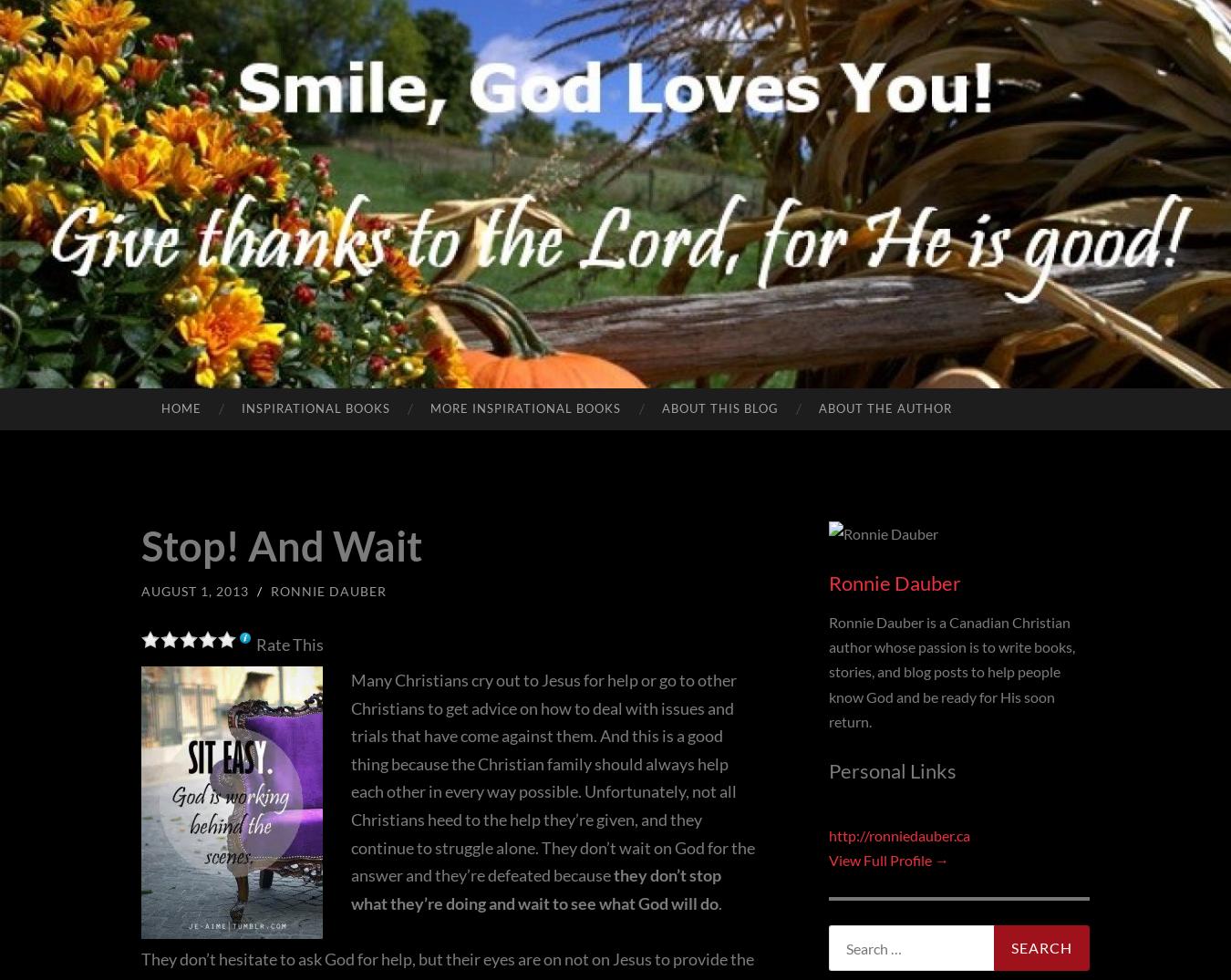  I want to click on 'Personal Links', so click(827, 770).